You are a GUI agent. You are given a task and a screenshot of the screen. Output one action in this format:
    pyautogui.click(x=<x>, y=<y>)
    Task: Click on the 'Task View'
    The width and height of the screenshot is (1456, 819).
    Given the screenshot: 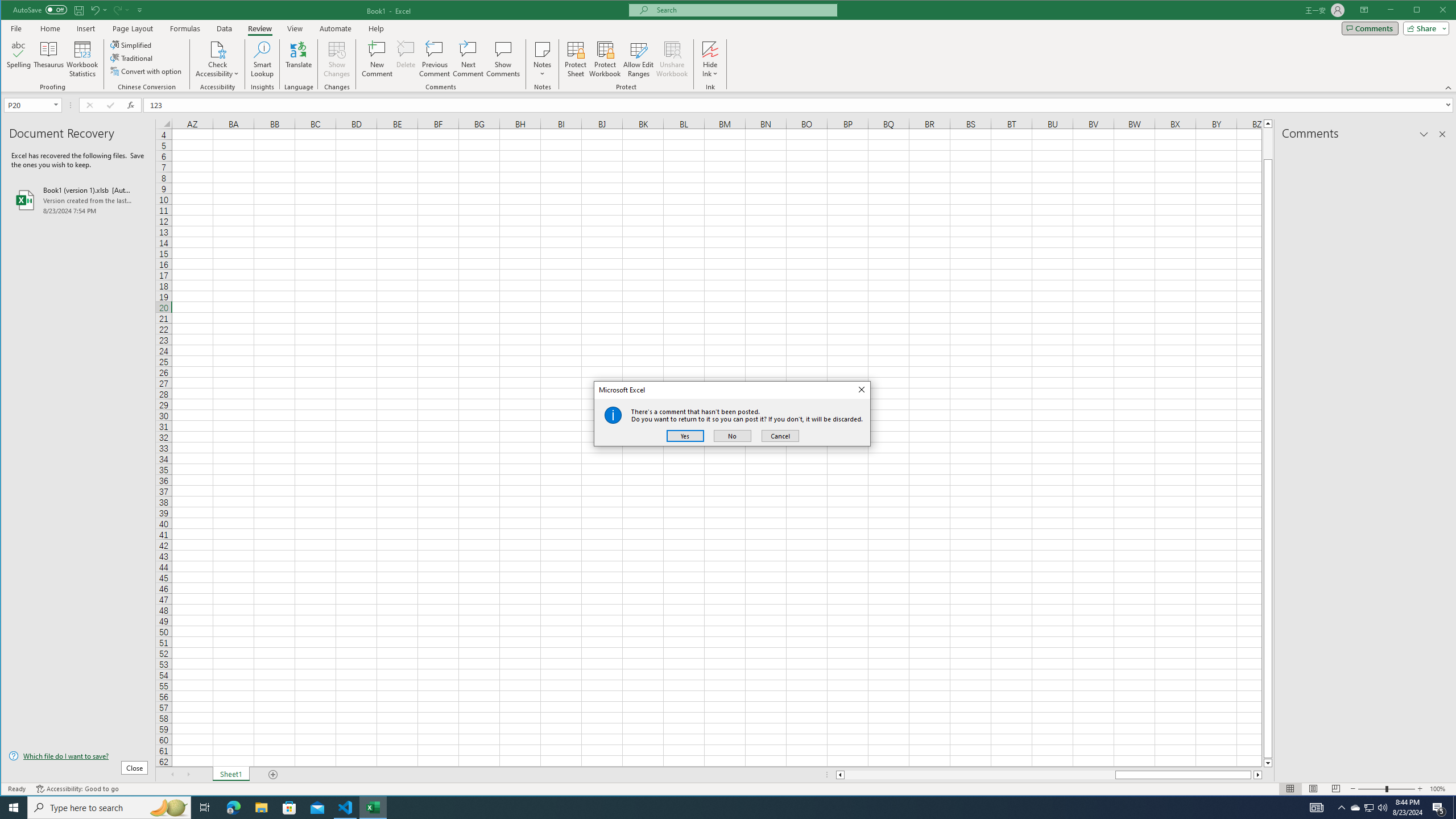 What is the action you would take?
    pyautogui.click(x=204, y=806)
    